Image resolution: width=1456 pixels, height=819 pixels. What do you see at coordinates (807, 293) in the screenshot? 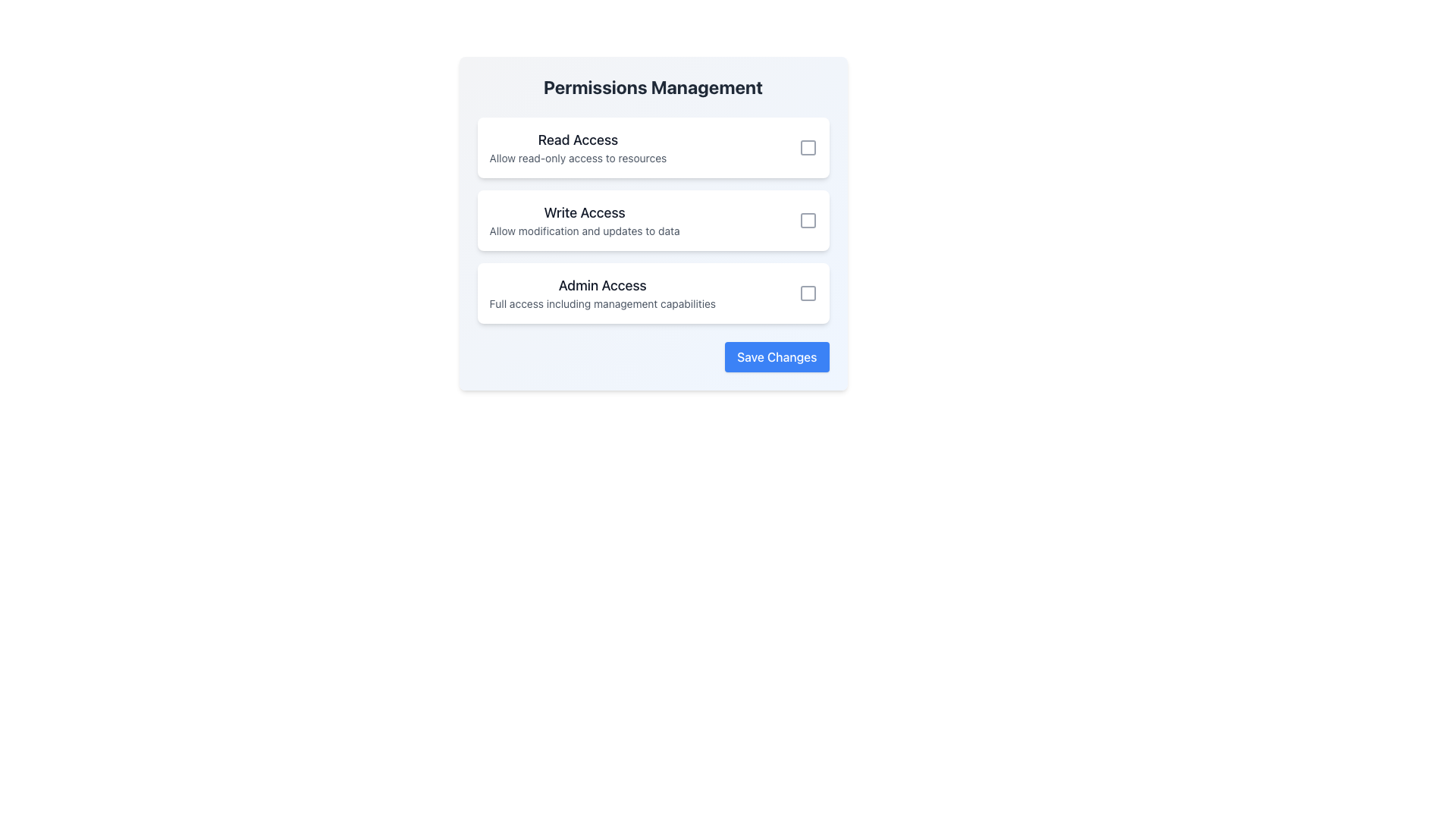
I see `the interactive toggle icon for 'Admin Access'` at bounding box center [807, 293].